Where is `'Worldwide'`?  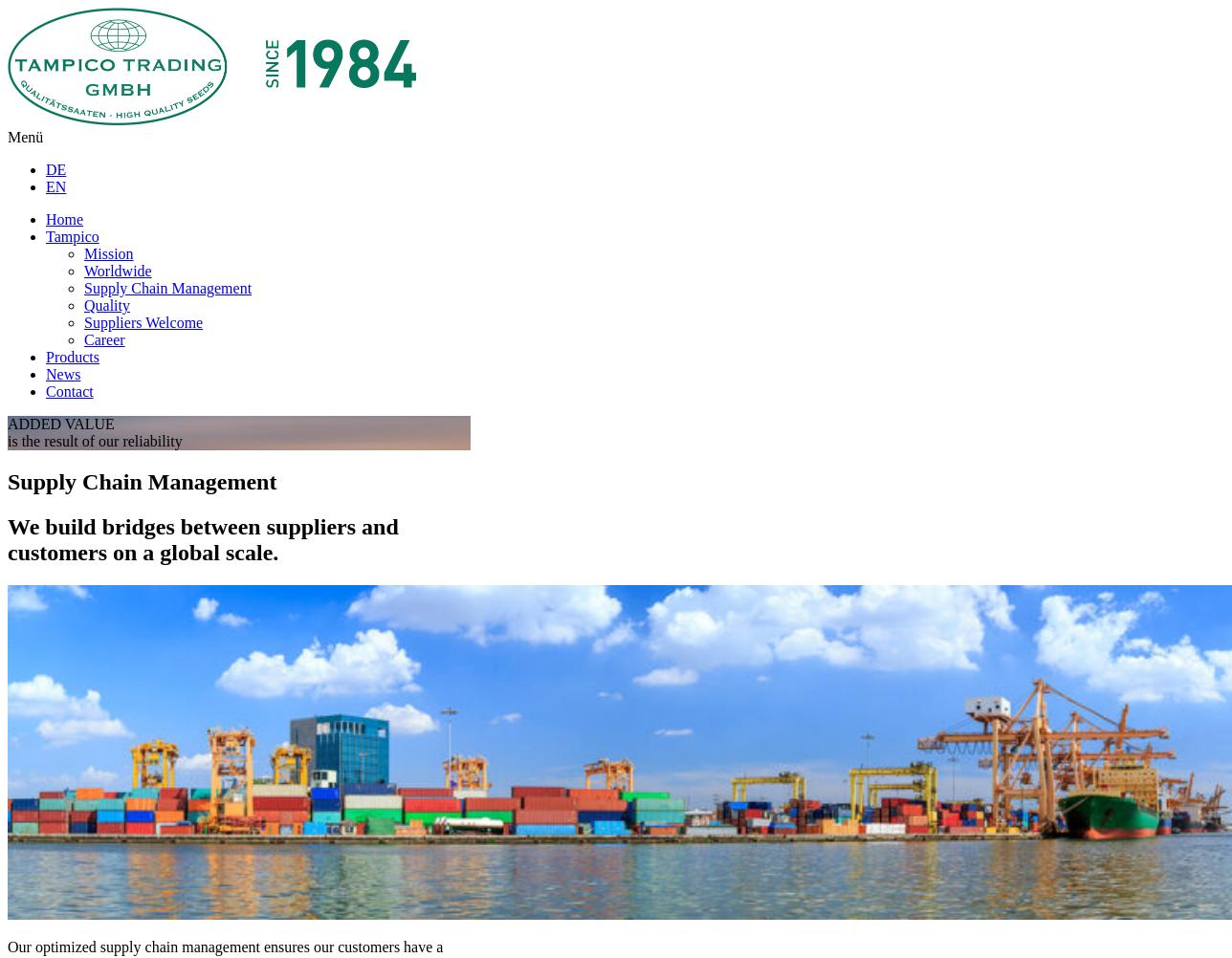
'Worldwide' is located at coordinates (118, 270).